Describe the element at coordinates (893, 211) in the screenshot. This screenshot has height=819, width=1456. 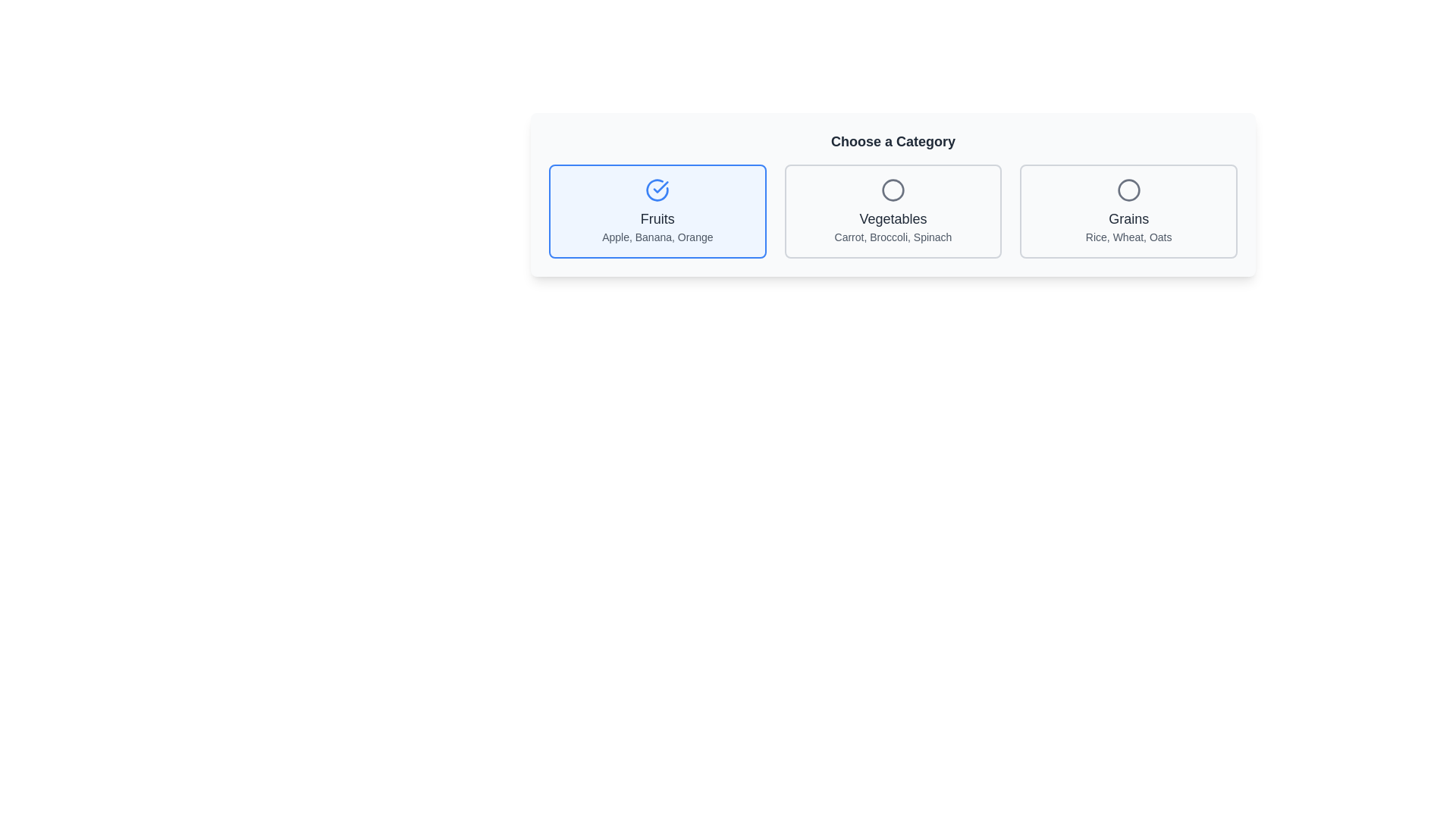
I see `on the 'Vegetables' card component, which is the middle card in a group of three horizontally aligned cards` at that location.